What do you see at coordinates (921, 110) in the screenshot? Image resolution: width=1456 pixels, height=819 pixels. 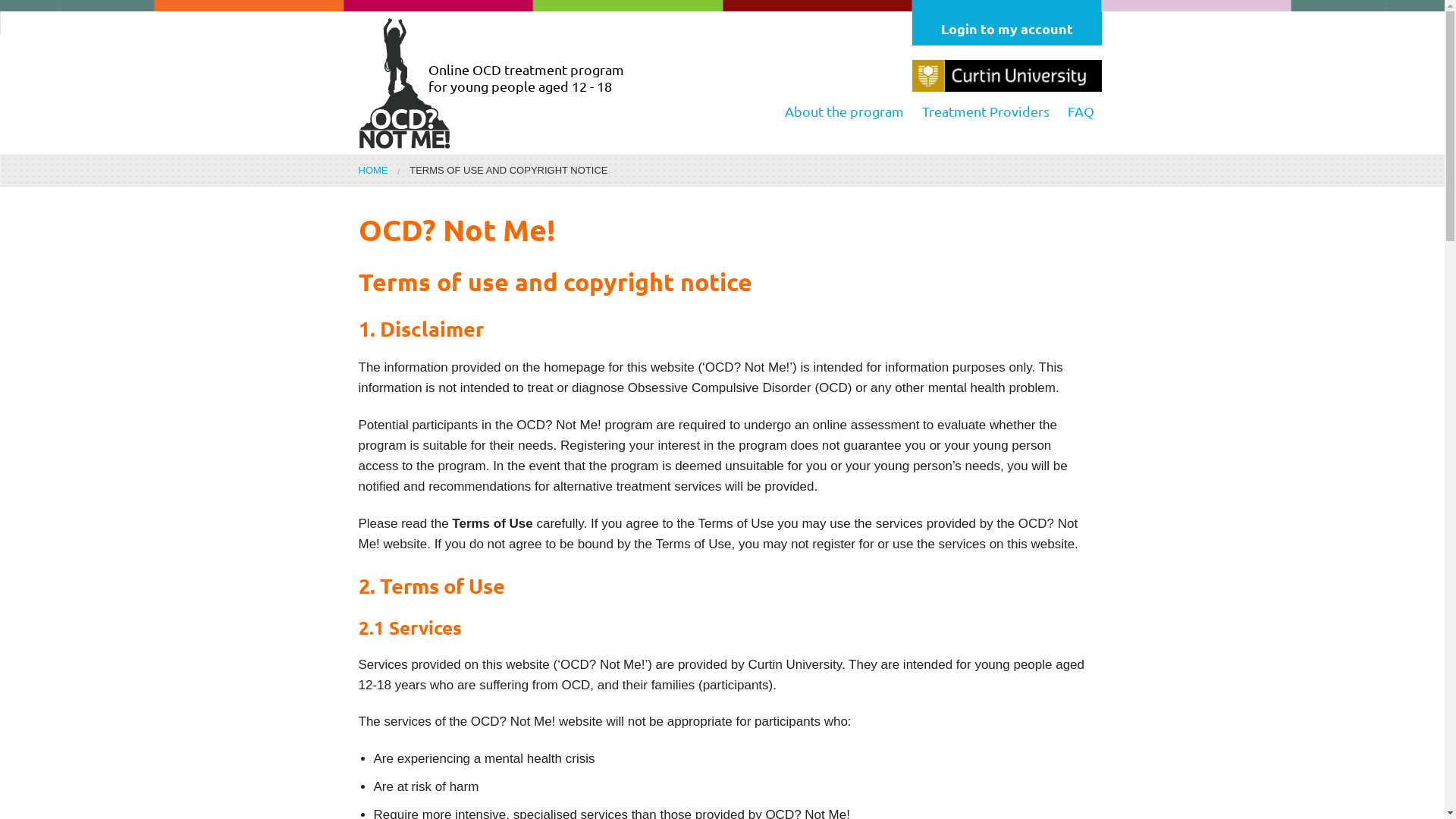 I see `'Treatment Providers'` at bounding box center [921, 110].